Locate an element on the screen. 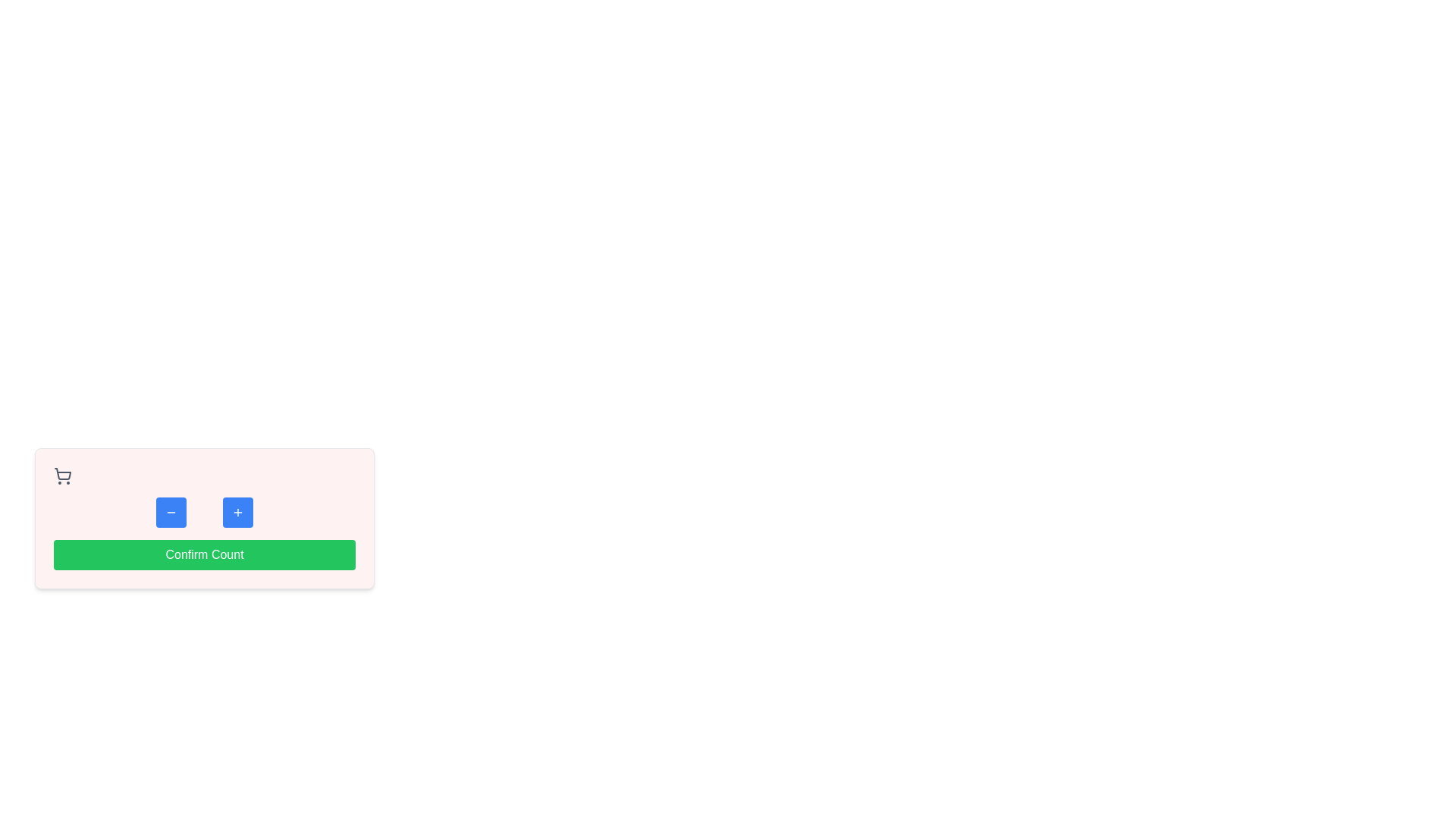  the decrement button, which is the first button in a row of two, located to the left of a plus button is located at coordinates (171, 512).